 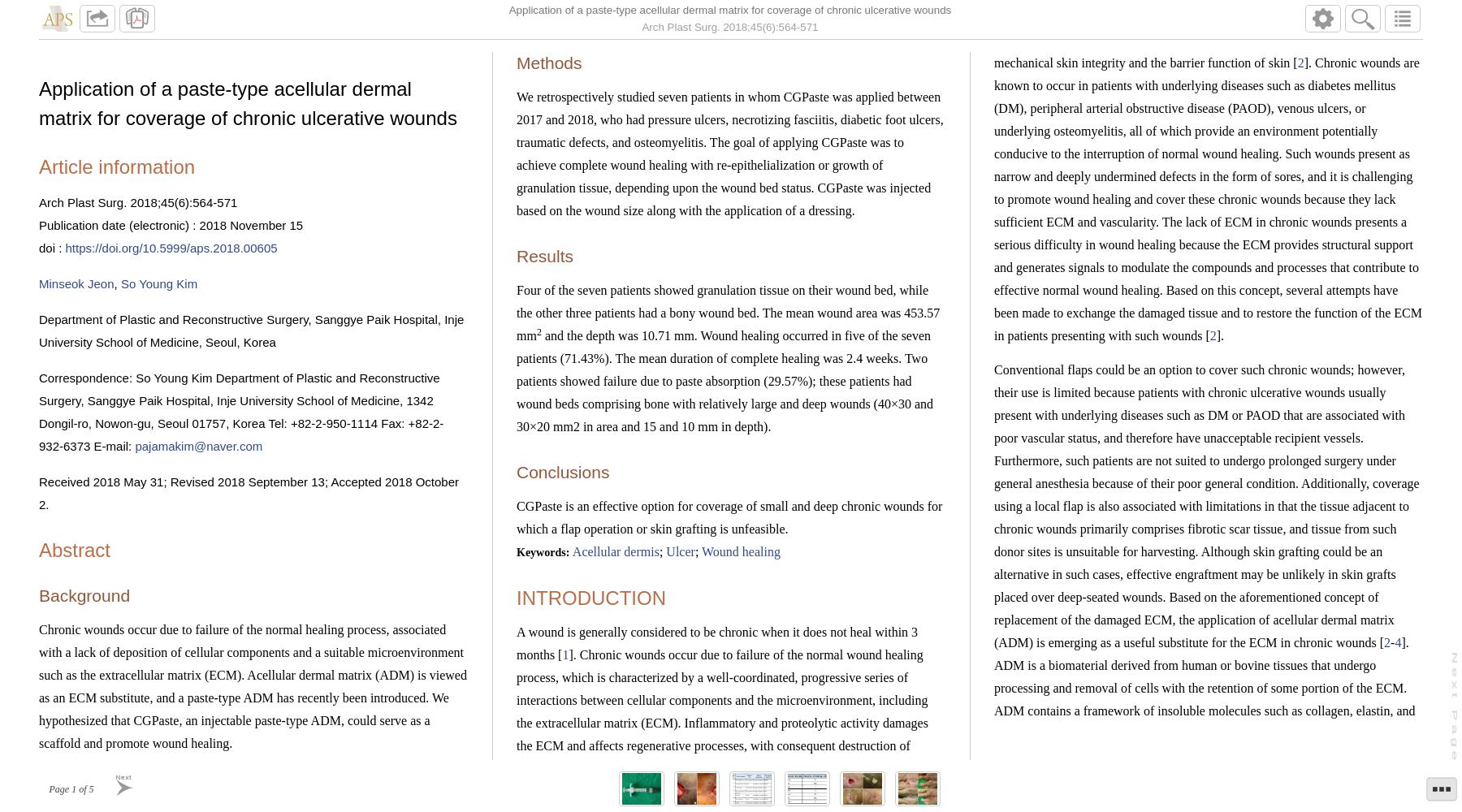 What do you see at coordinates (73, 550) in the screenshot?
I see `'Abstract'` at bounding box center [73, 550].